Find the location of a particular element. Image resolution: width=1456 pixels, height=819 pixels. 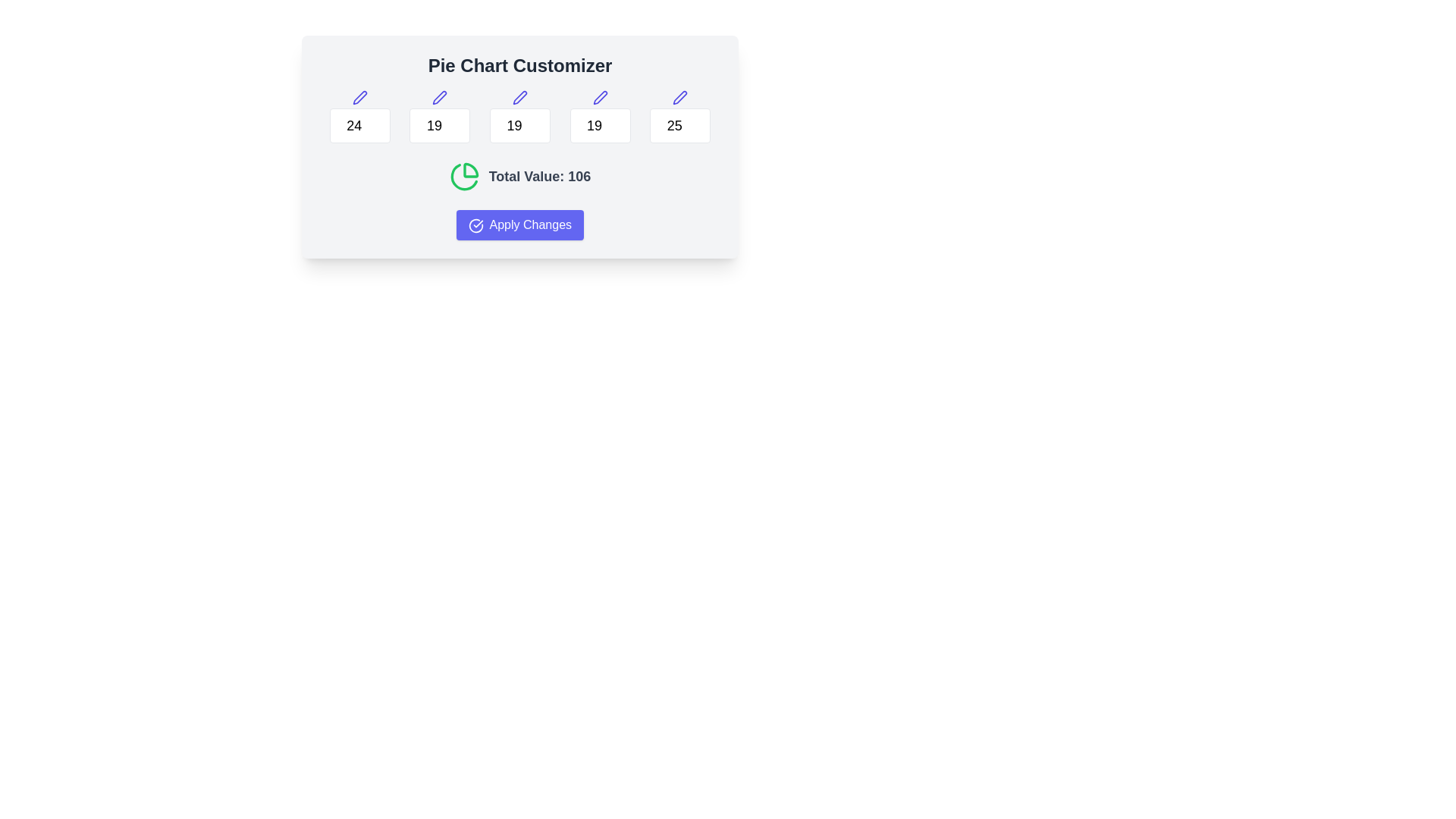

the Text and Icon Display element that shows the cumulative total of values entered in the input fields above is located at coordinates (520, 175).